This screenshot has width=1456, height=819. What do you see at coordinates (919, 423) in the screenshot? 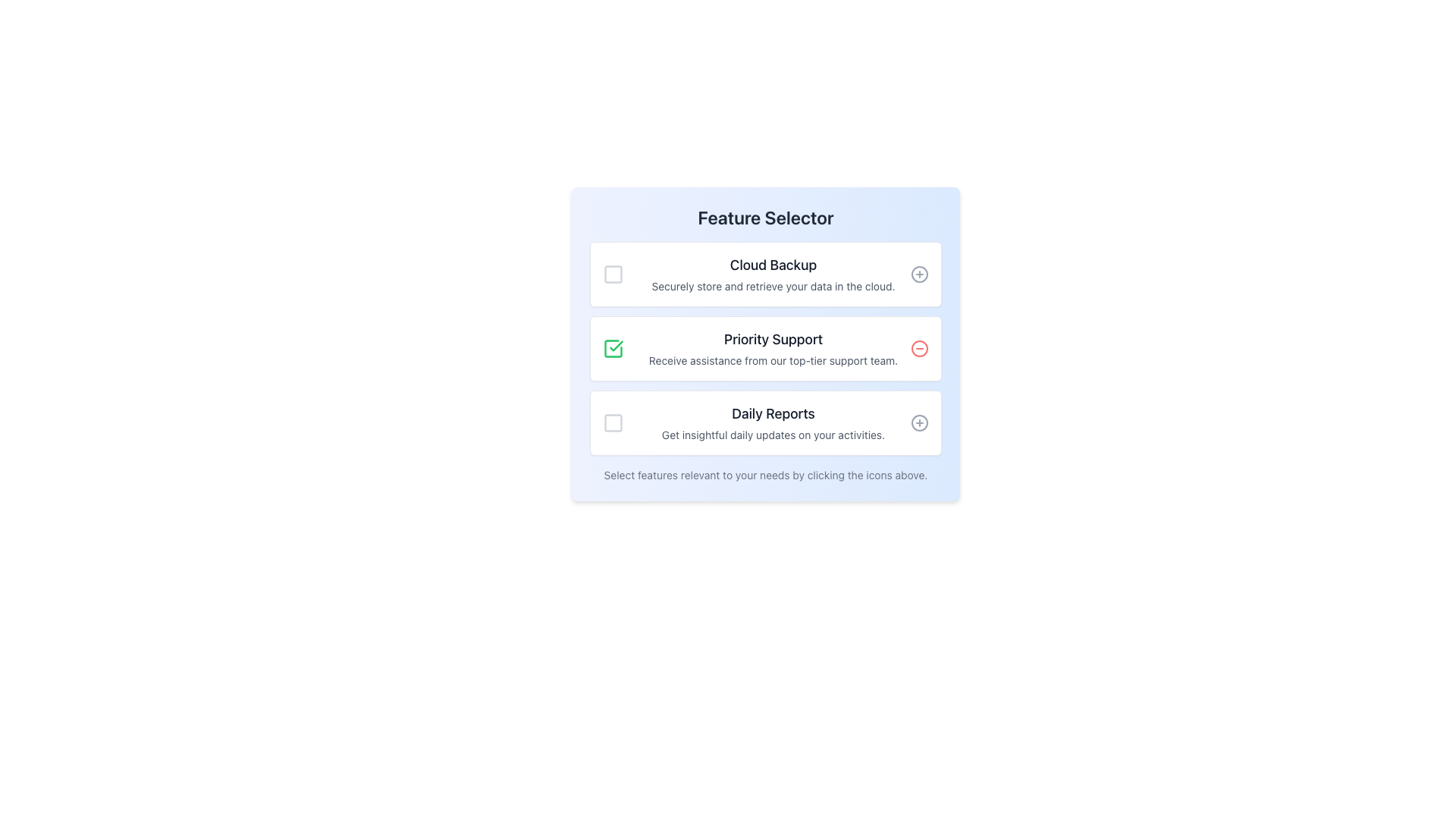
I see `the circular plus sign button located on the far right side of the 'Daily Reports' panel` at bounding box center [919, 423].